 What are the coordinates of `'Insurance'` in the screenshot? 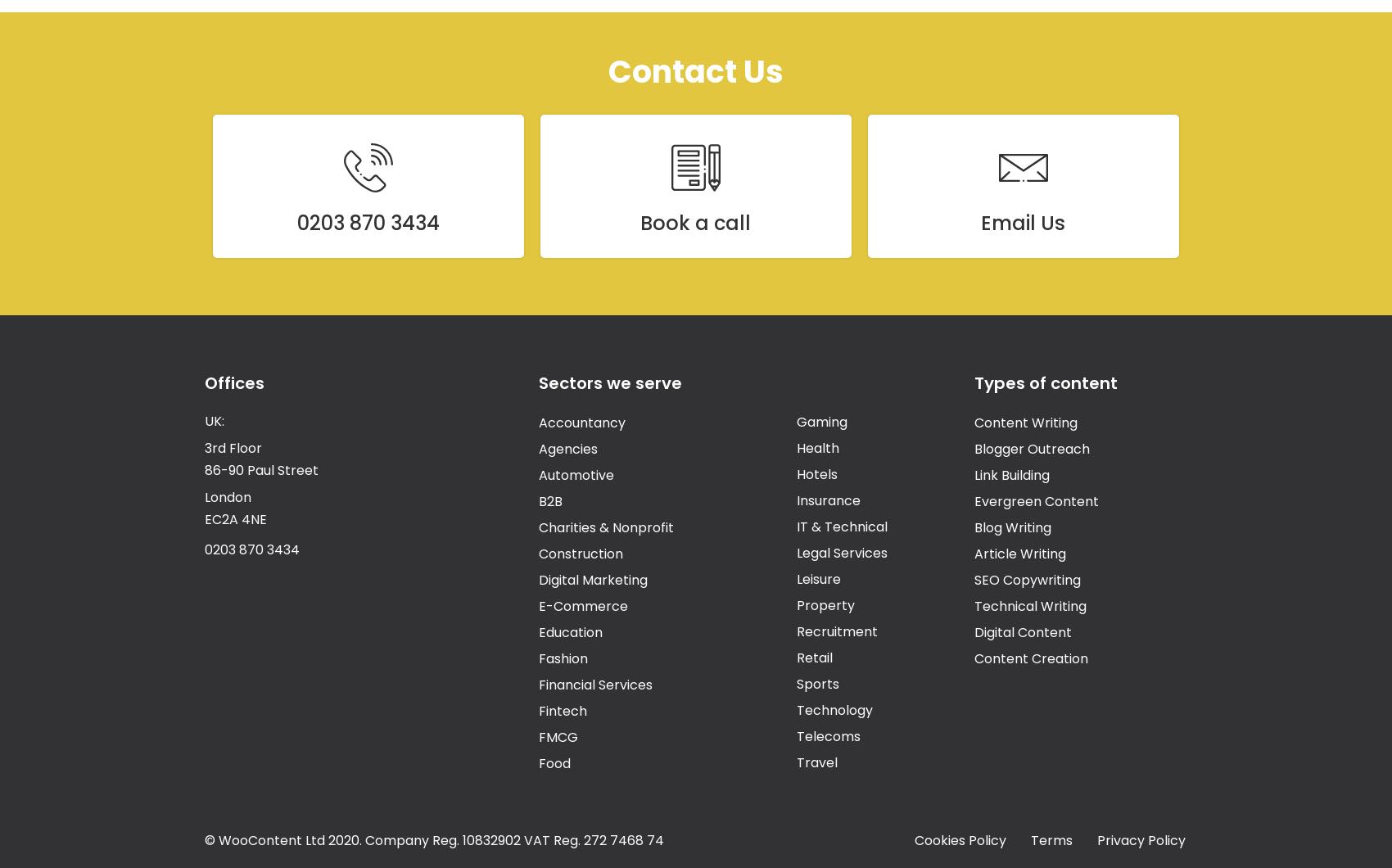 It's located at (826, 500).